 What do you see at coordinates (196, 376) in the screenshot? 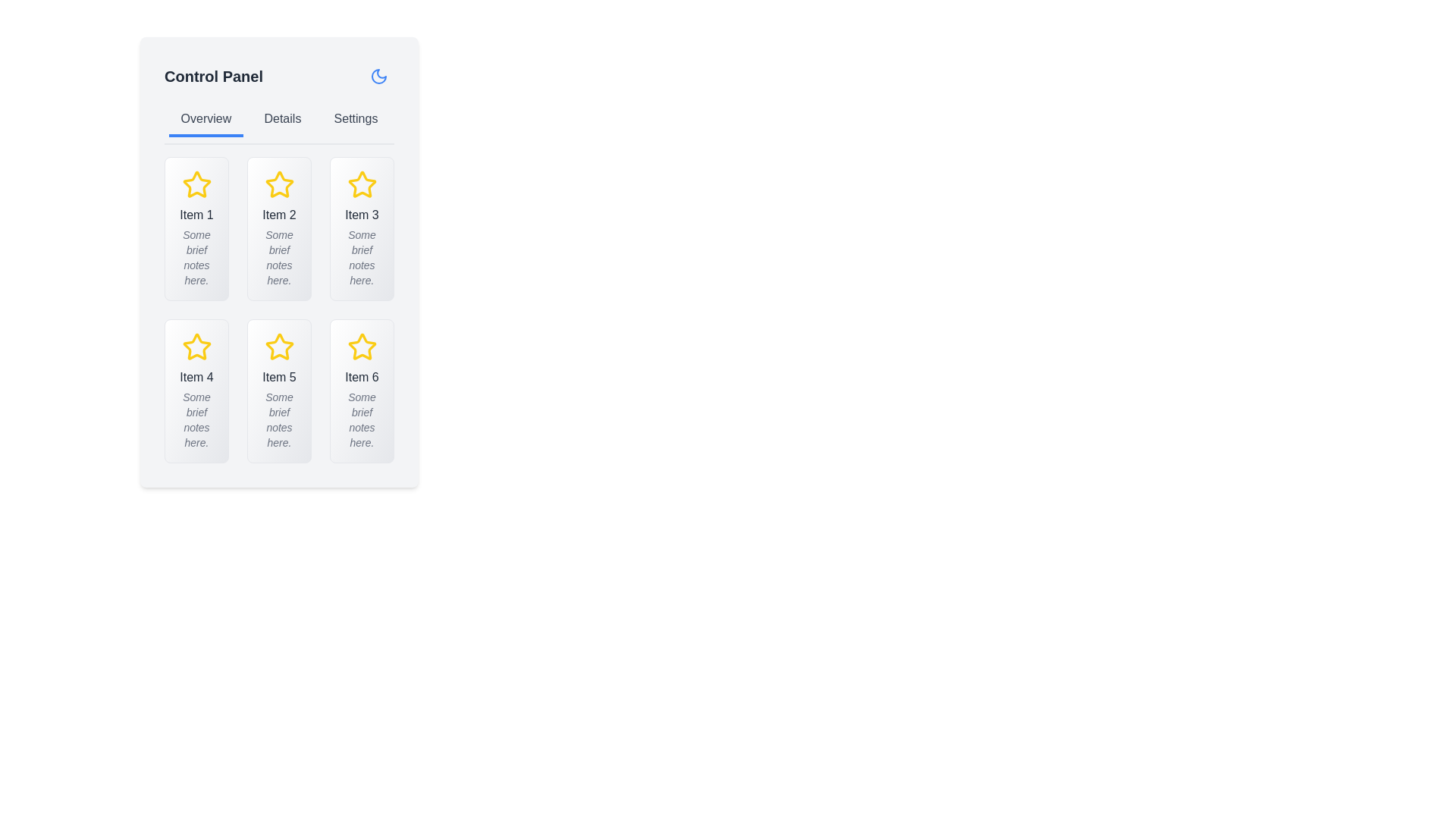
I see `the Text Display element that serves as a title or label for the associated item, positioned as the first row of the second column in the grid layout, below the star graphic and above the italic text` at bounding box center [196, 376].